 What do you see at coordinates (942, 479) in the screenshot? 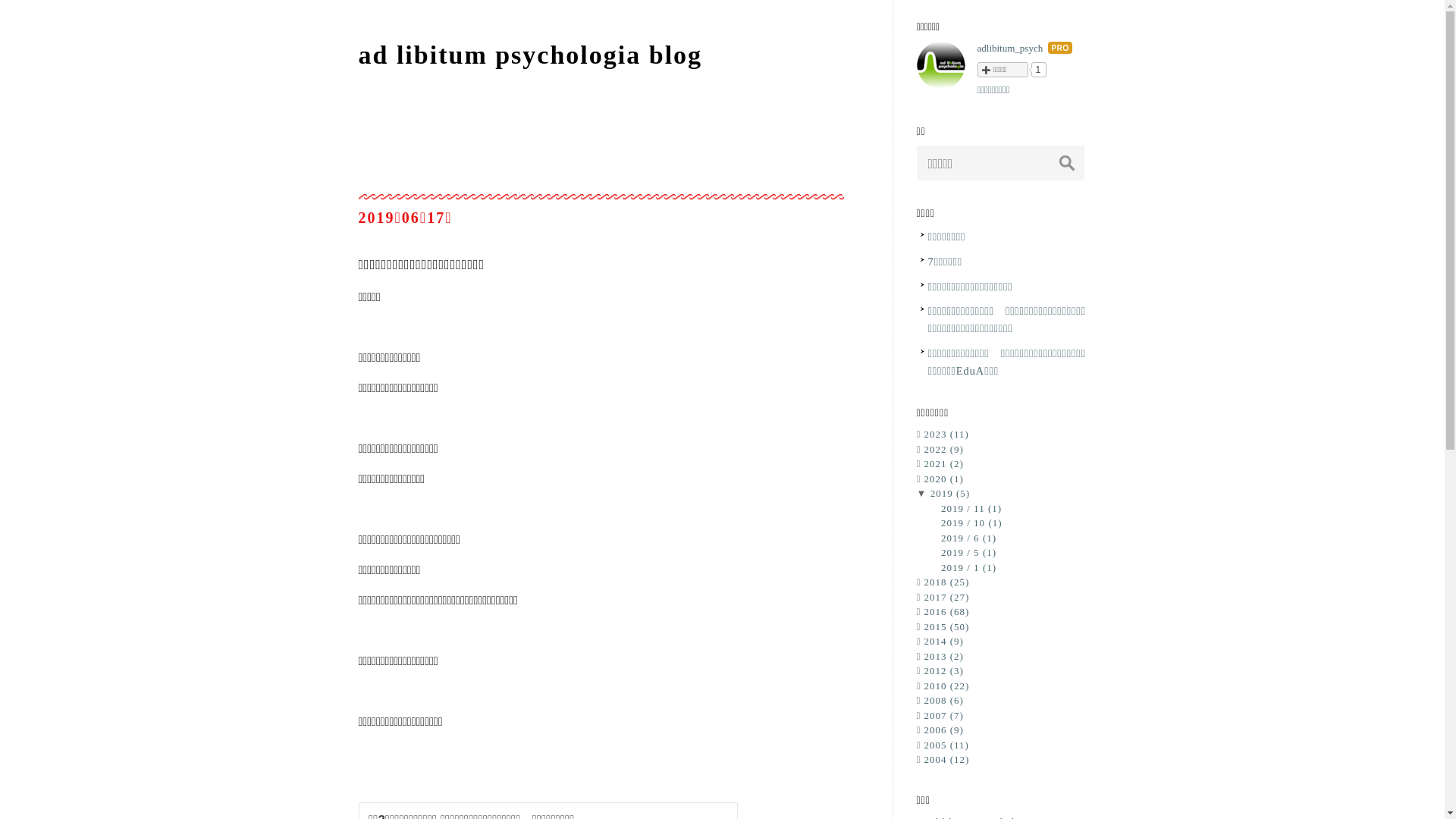
I see `'2020 (1)'` at bounding box center [942, 479].